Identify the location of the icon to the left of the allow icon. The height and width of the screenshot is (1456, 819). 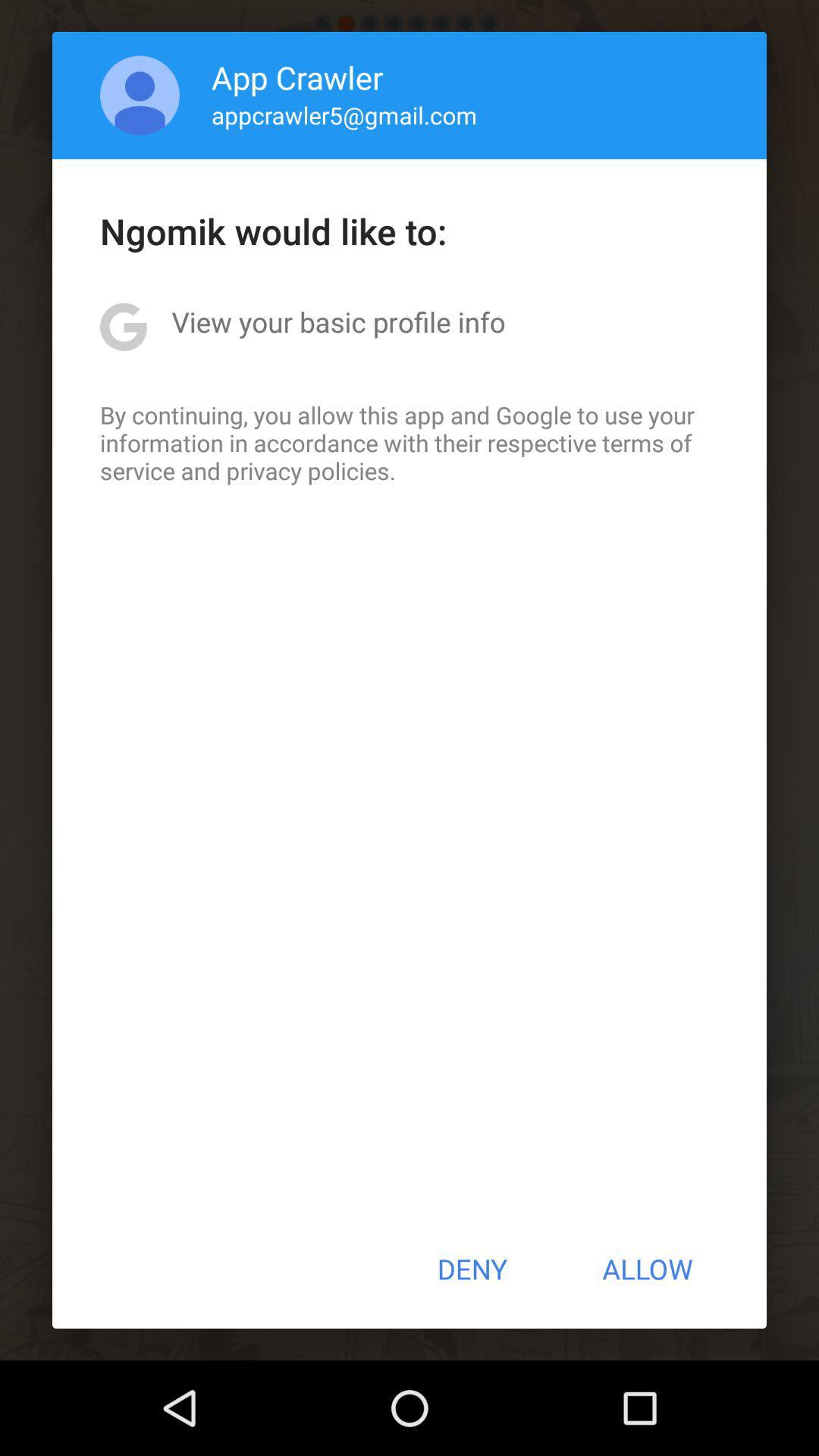
(471, 1269).